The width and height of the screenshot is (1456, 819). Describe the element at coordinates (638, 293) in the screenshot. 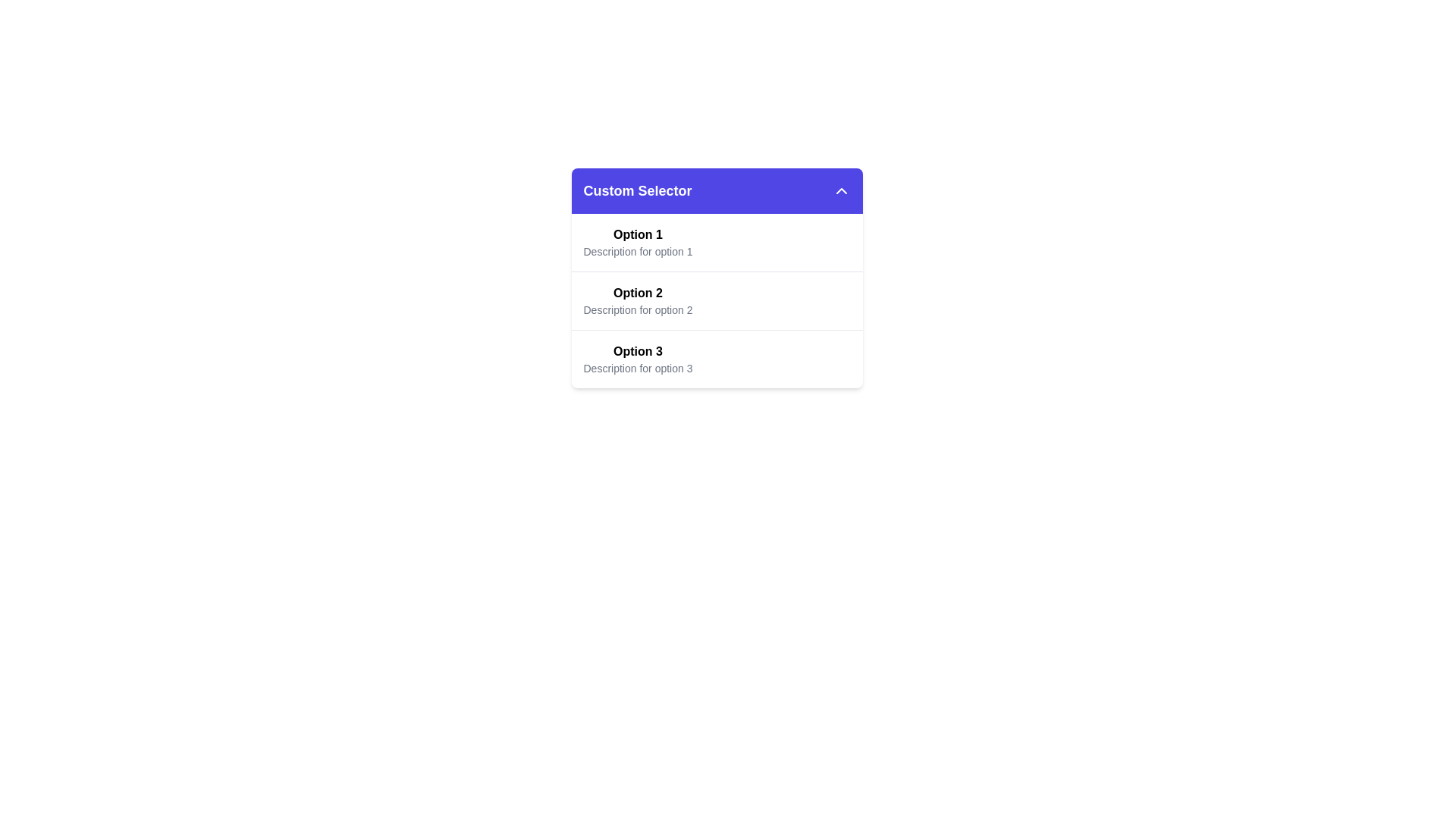

I see `the text label that serves as the title for 'Option 2' in the dropdown menu` at that location.